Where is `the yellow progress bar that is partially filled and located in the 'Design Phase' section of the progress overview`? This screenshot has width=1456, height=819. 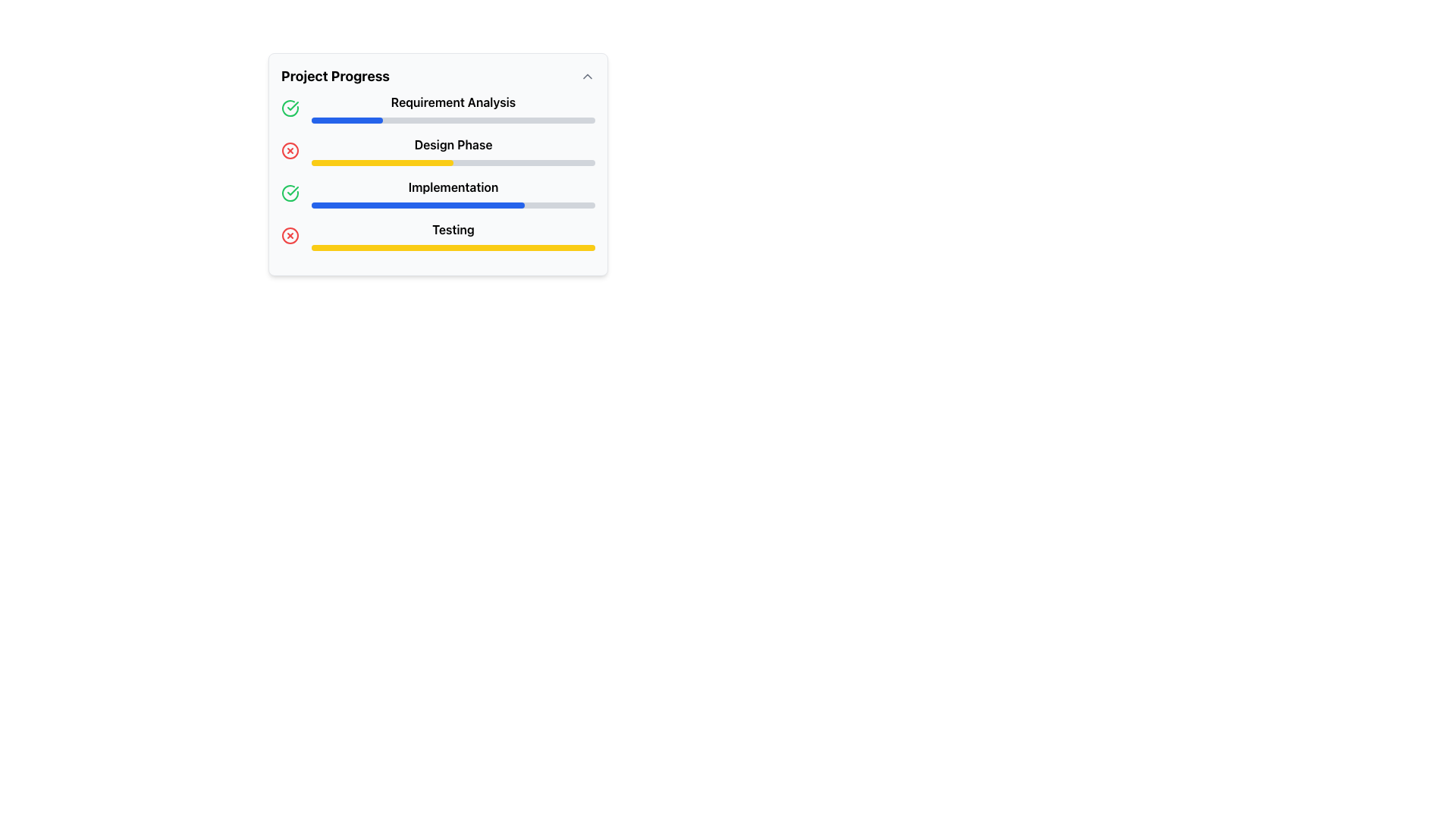 the yellow progress bar that is partially filled and located in the 'Design Phase' section of the progress overview is located at coordinates (382, 163).